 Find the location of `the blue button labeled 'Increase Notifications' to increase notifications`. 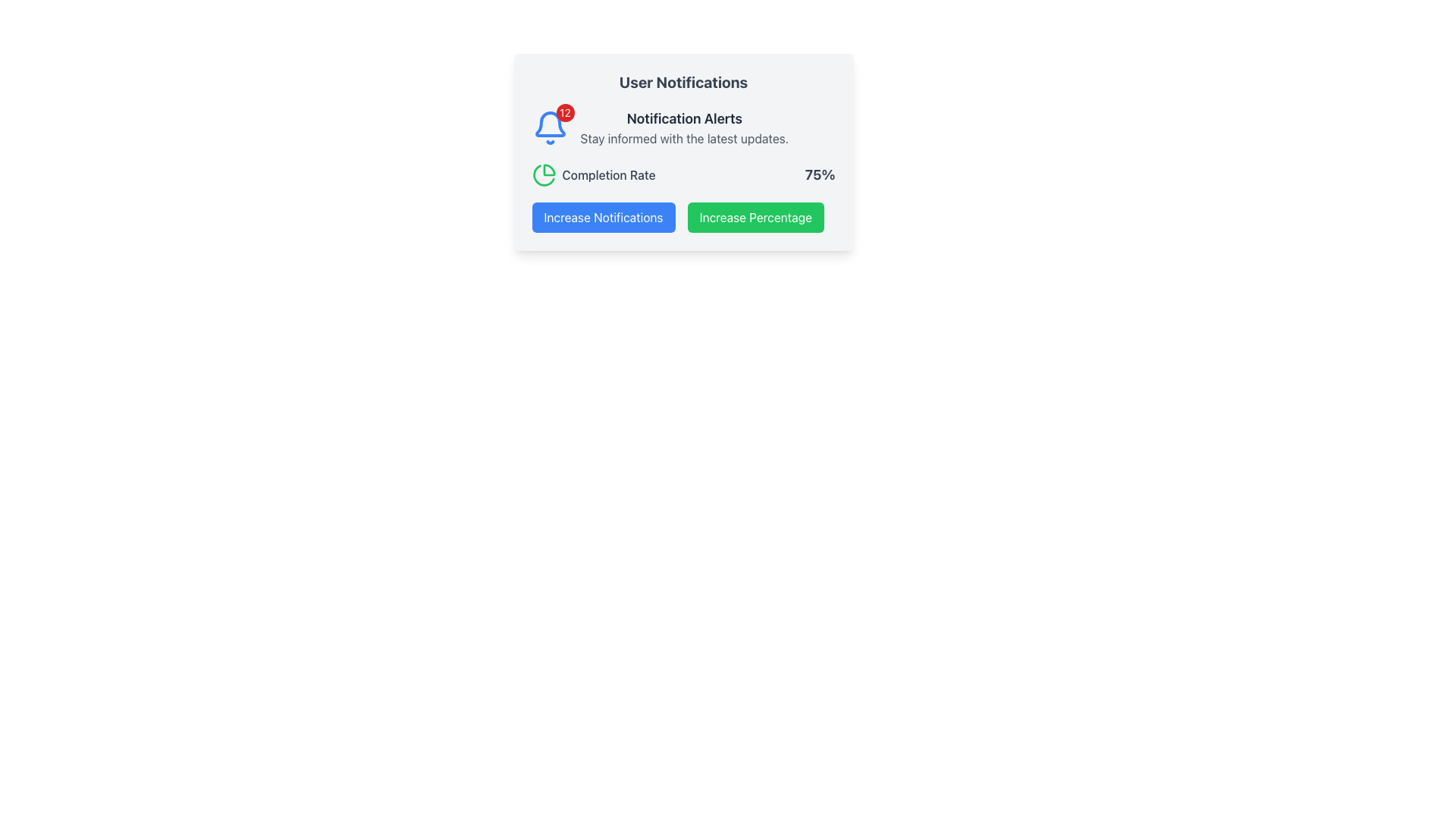

the blue button labeled 'Increase Notifications' to increase notifications is located at coordinates (603, 217).